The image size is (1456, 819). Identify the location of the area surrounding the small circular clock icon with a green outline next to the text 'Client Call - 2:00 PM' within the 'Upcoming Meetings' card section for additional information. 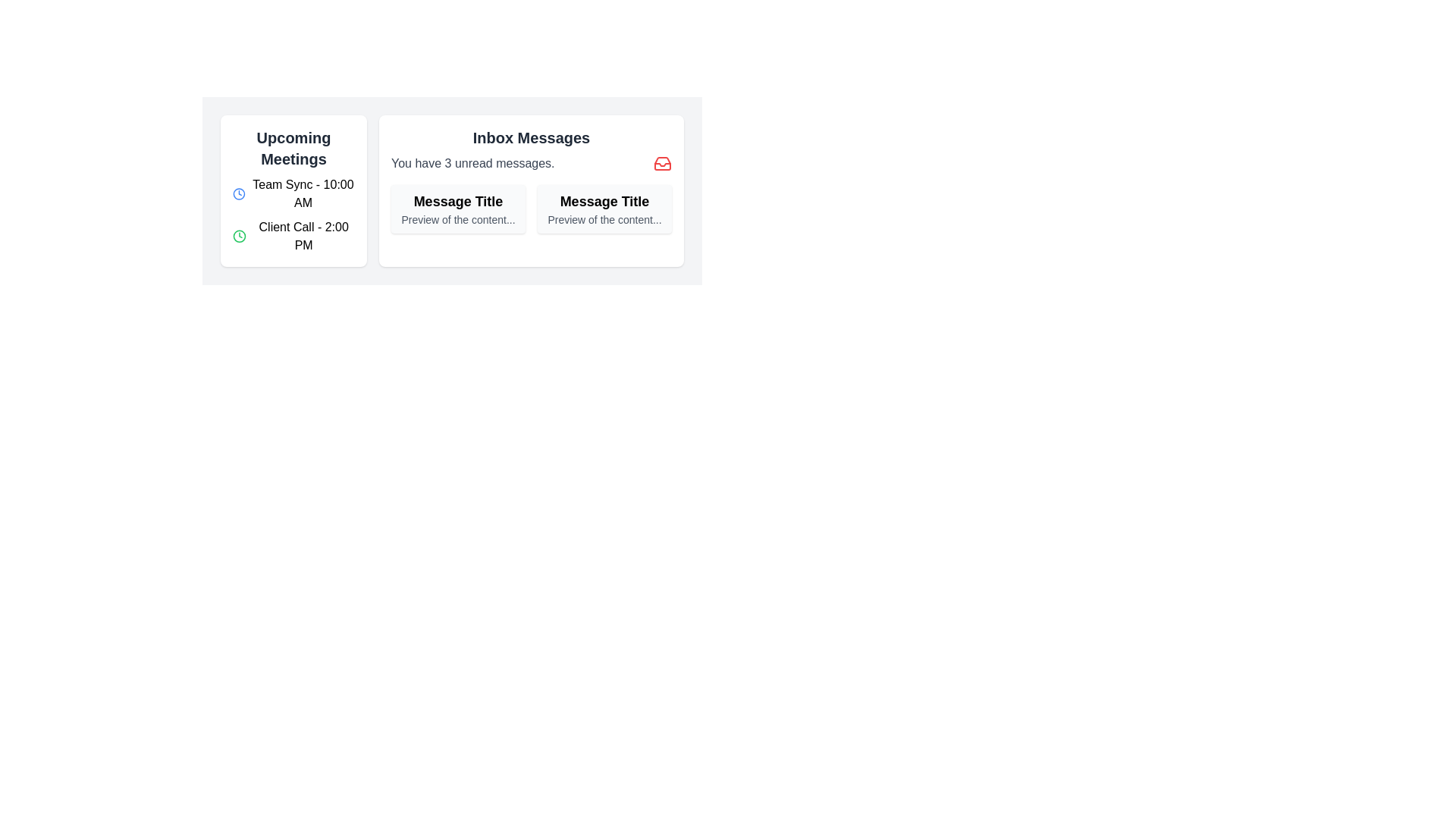
(239, 237).